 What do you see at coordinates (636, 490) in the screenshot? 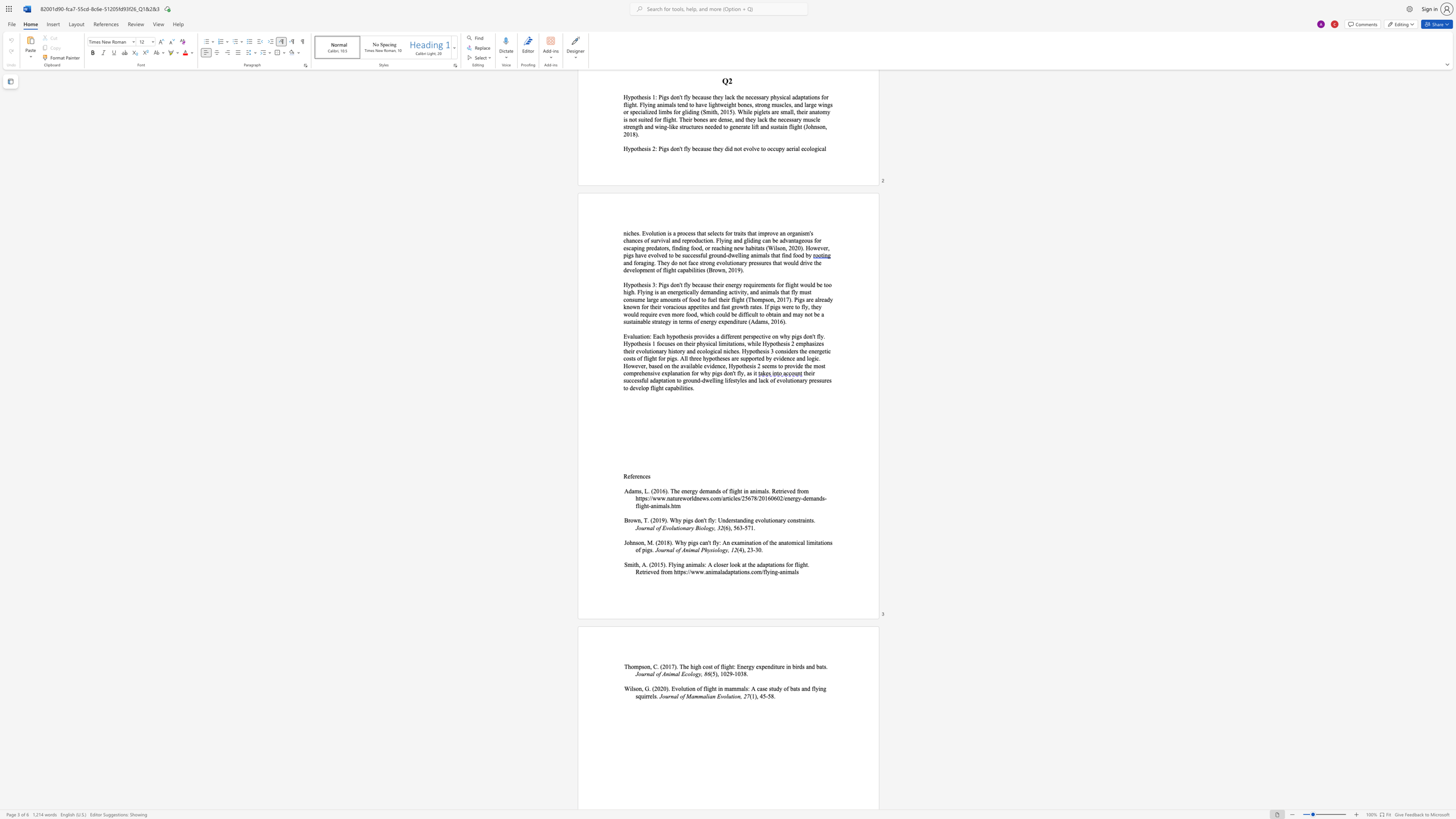
I see `the 1th character "m" in the text` at bounding box center [636, 490].